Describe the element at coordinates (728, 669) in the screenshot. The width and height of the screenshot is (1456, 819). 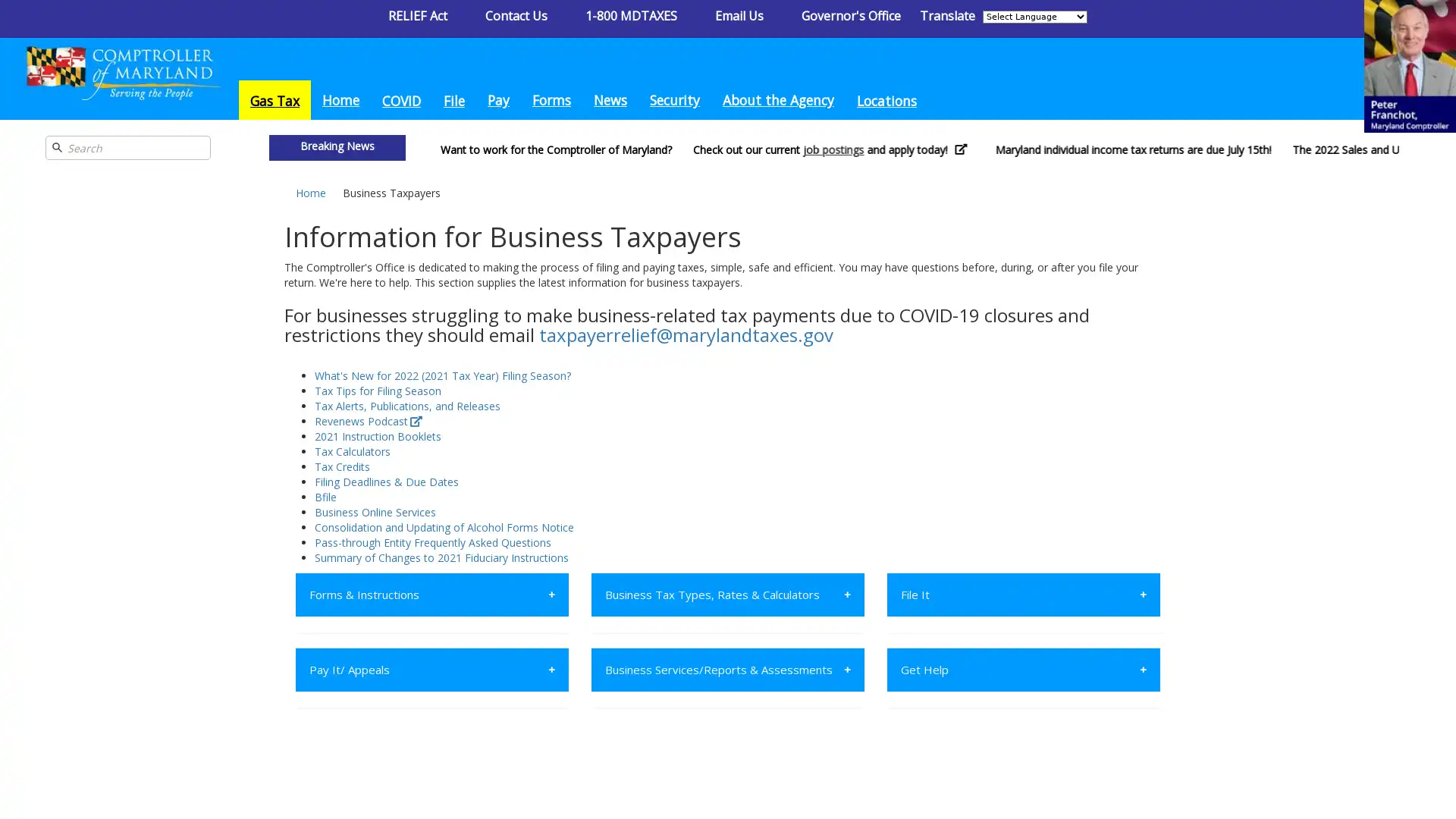
I see `Business Services/Reports & Assessments +` at that location.